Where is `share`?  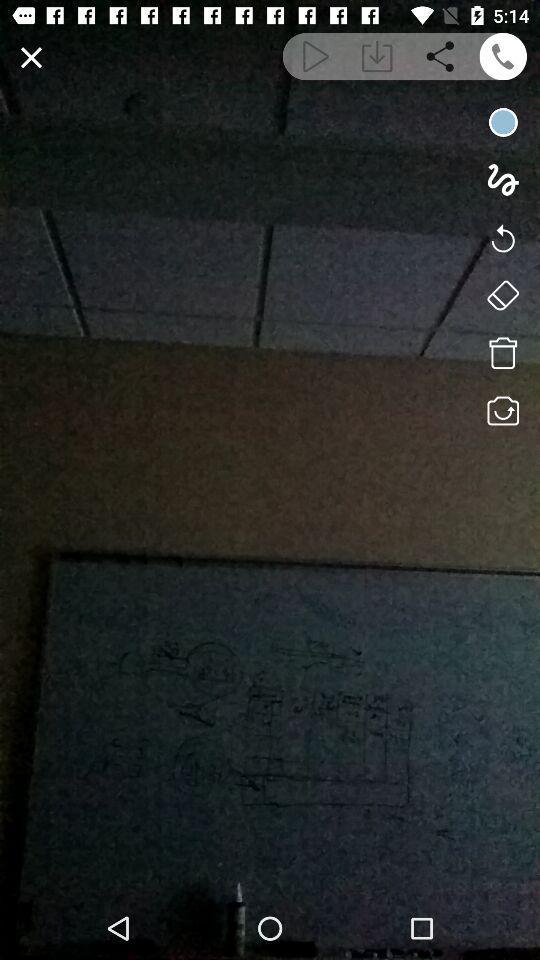 share is located at coordinates (440, 55).